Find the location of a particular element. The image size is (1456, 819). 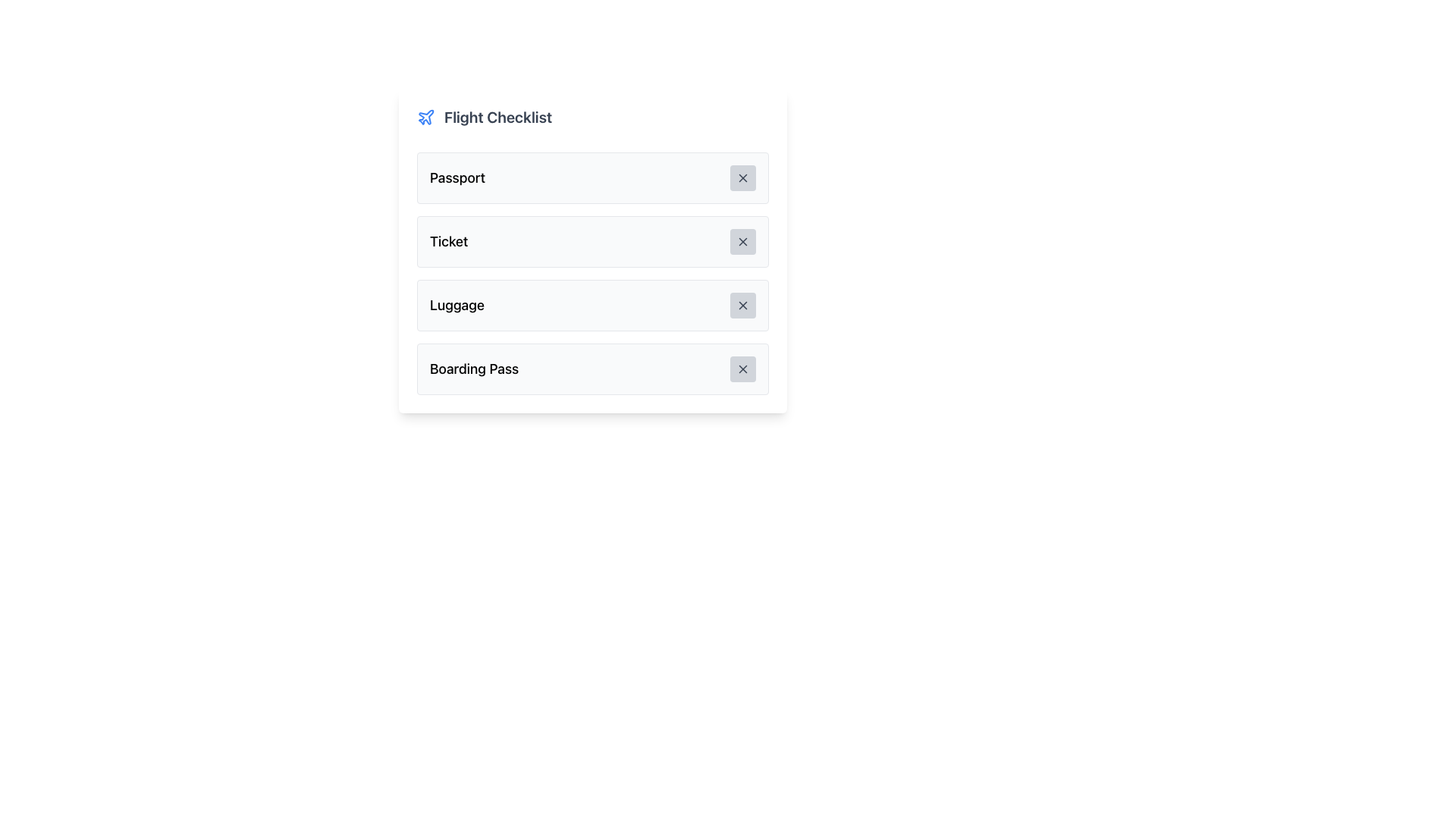

the second item in the 'Flight Checklist' panel for keyboard navigation is located at coordinates (592, 250).